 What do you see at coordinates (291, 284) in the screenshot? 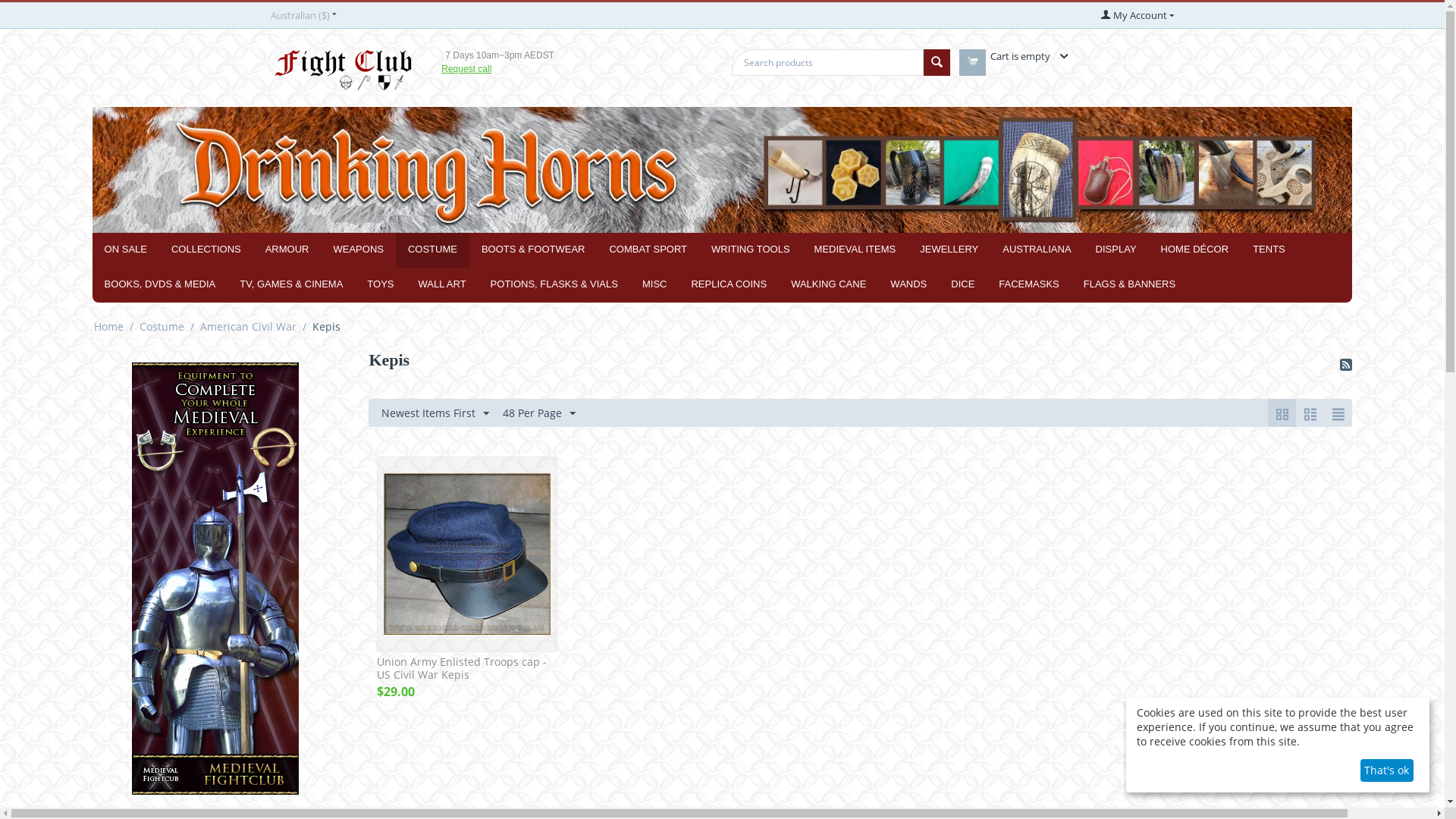
I see `'TV, GAMES & CINEMA'` at bounding box center [291, 284].